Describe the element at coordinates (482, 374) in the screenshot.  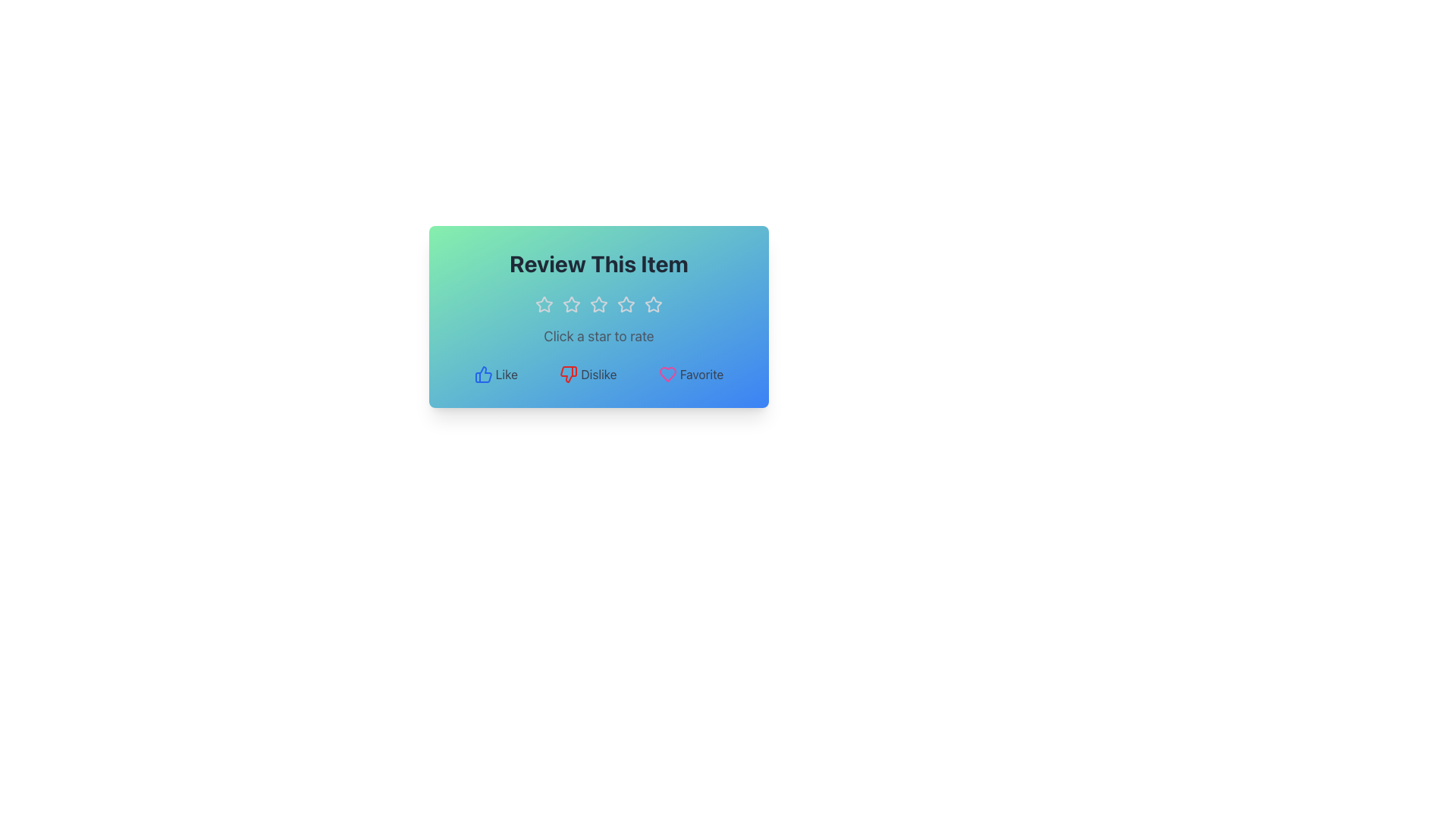
I see `the thumbs-up icon located in the bottom-left section of the component card` at that location.